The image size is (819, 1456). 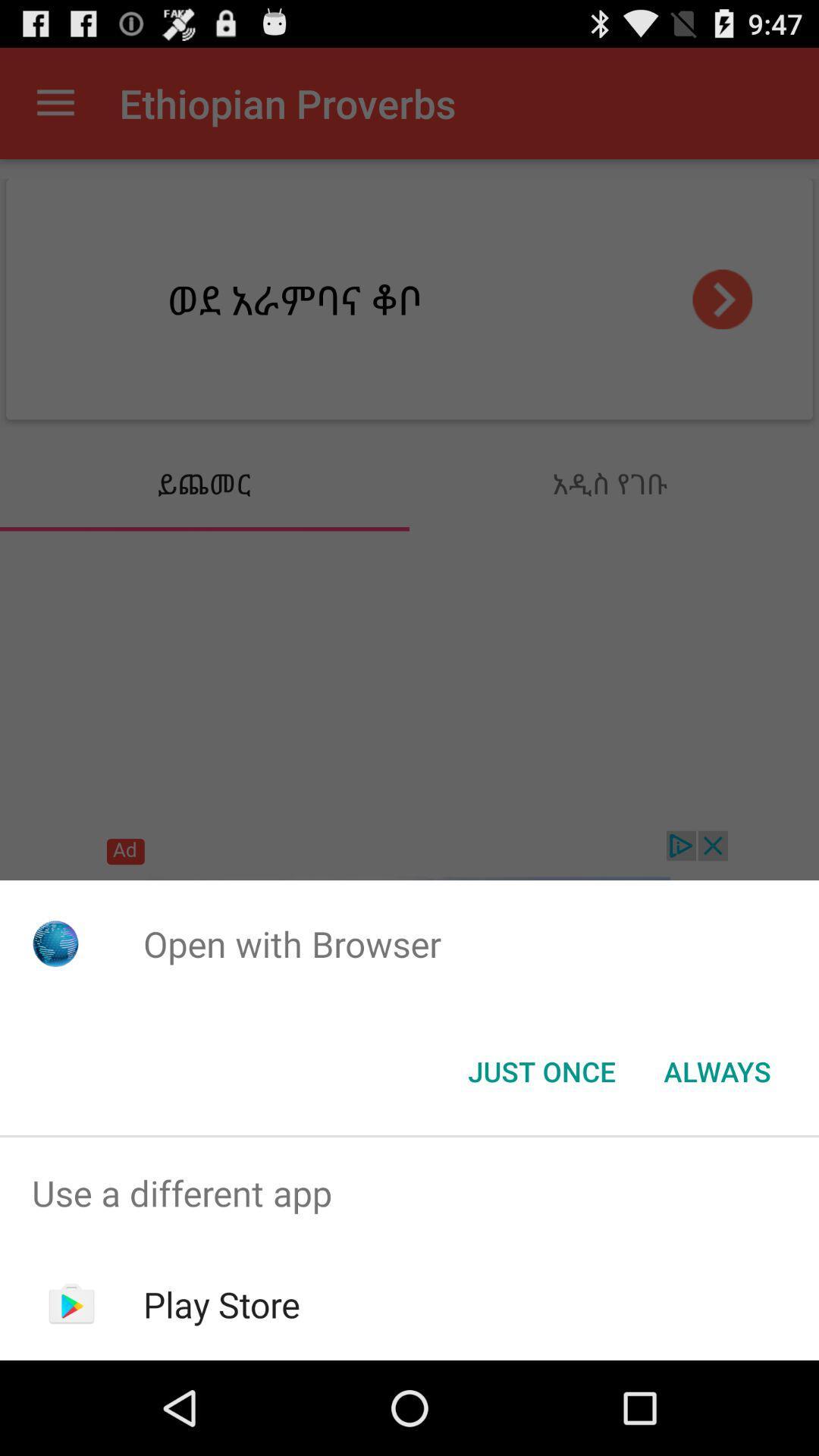 I want to click on item at the bottom right corner, so click(x=717, y=1070).